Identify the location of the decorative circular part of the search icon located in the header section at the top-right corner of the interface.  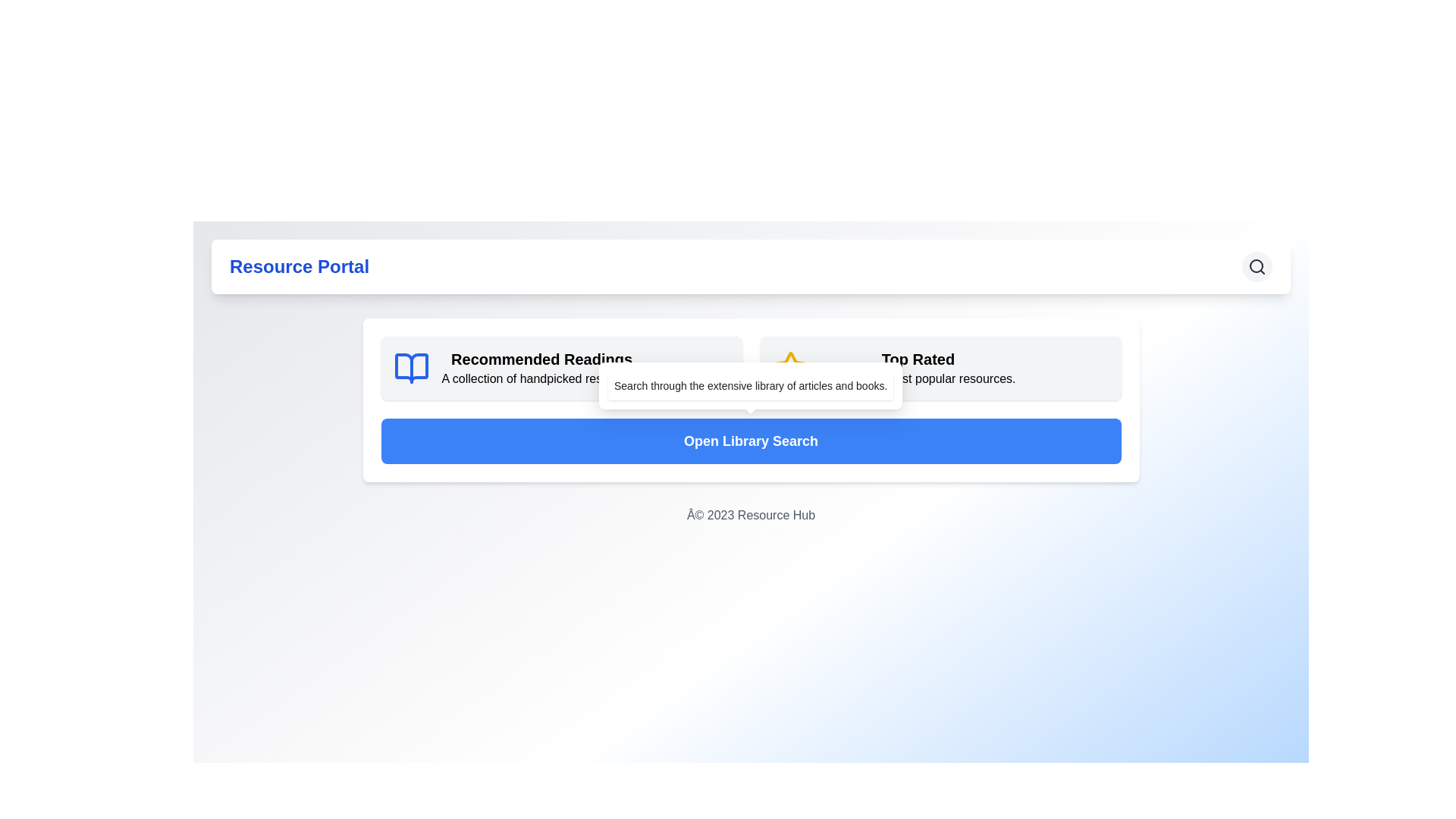
(1256, 265).